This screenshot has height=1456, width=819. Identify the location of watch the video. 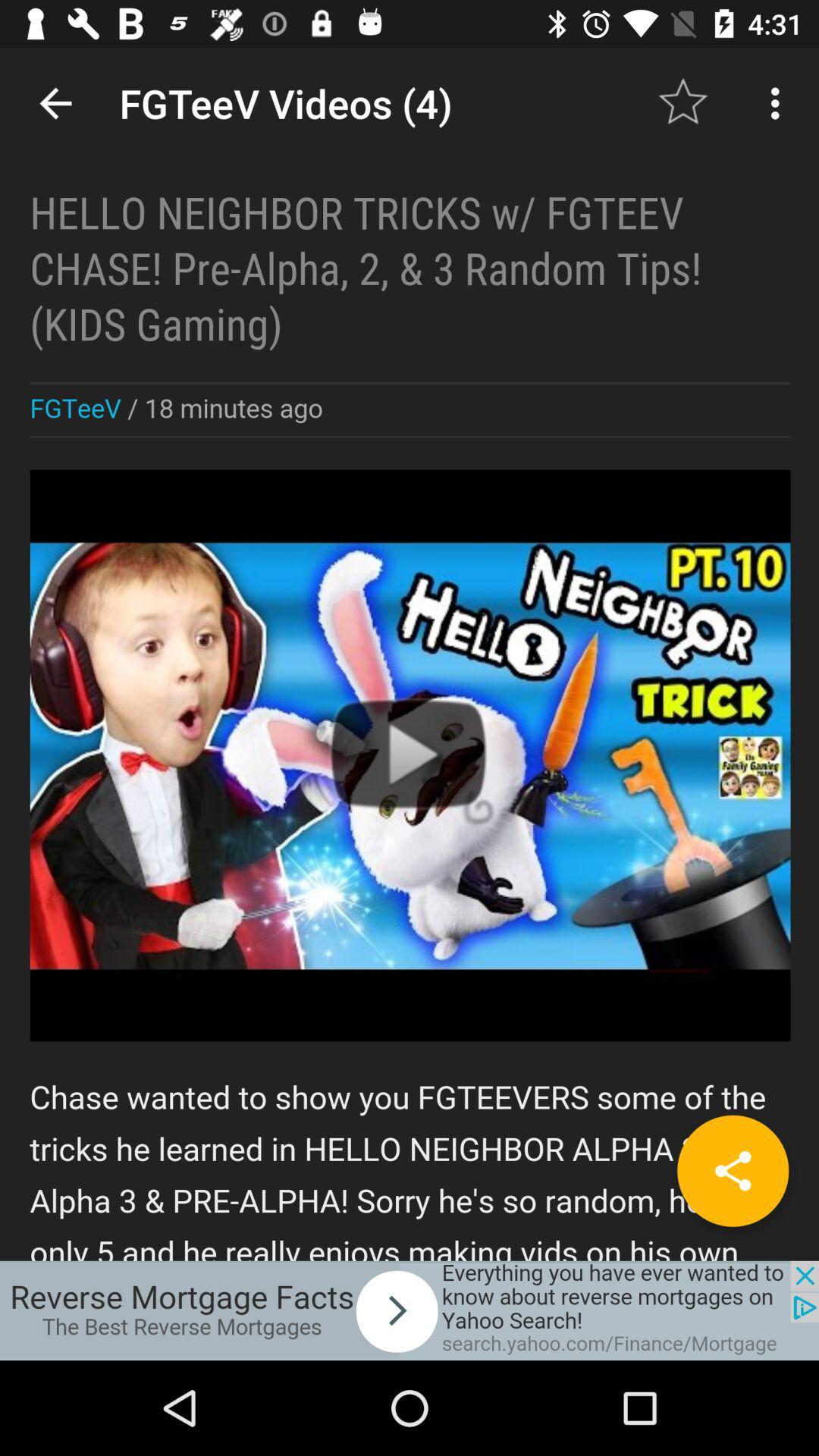
(409, 654).